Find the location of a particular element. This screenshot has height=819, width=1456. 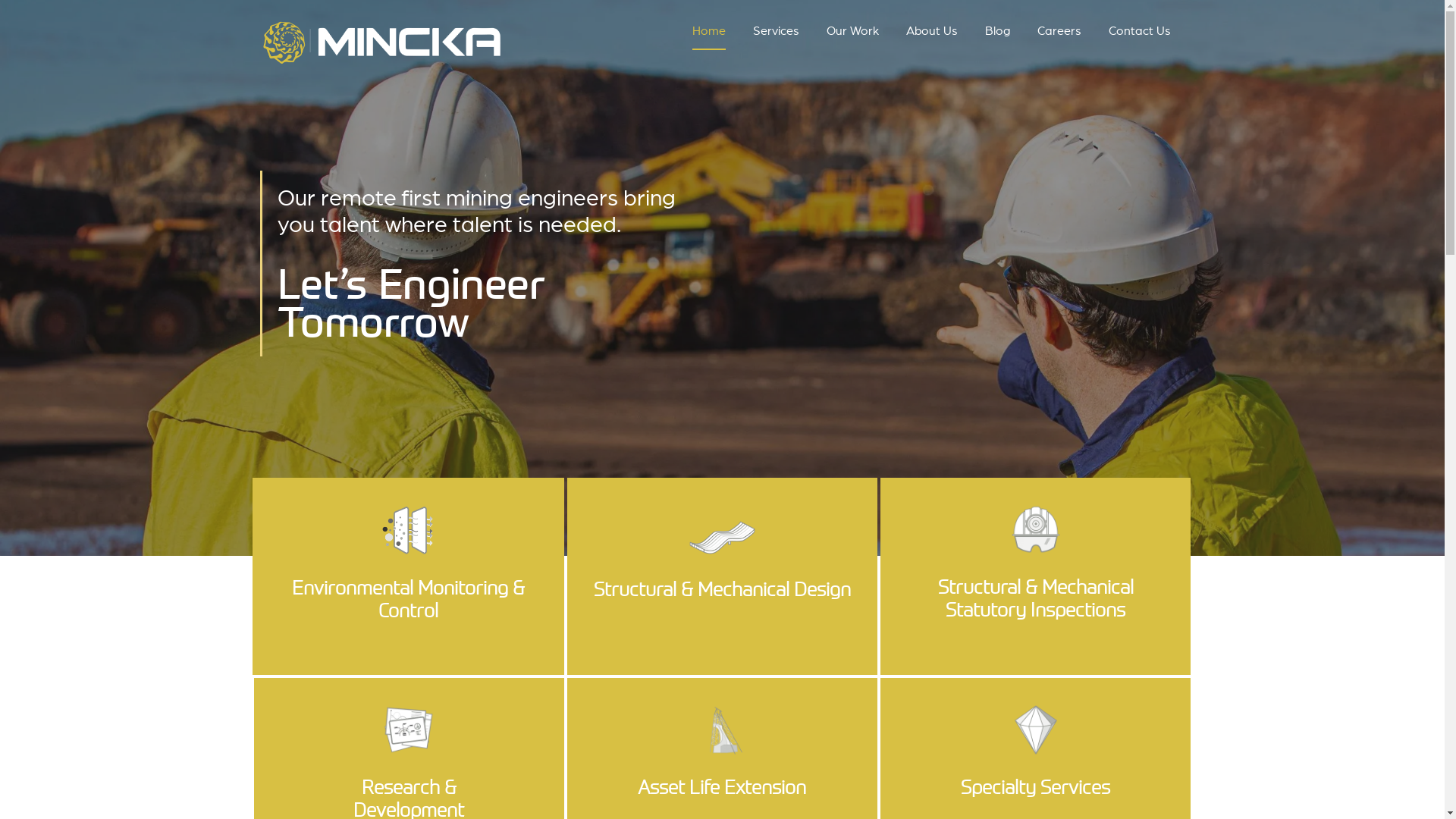

'About Us' is located at coordinates (930, 34).